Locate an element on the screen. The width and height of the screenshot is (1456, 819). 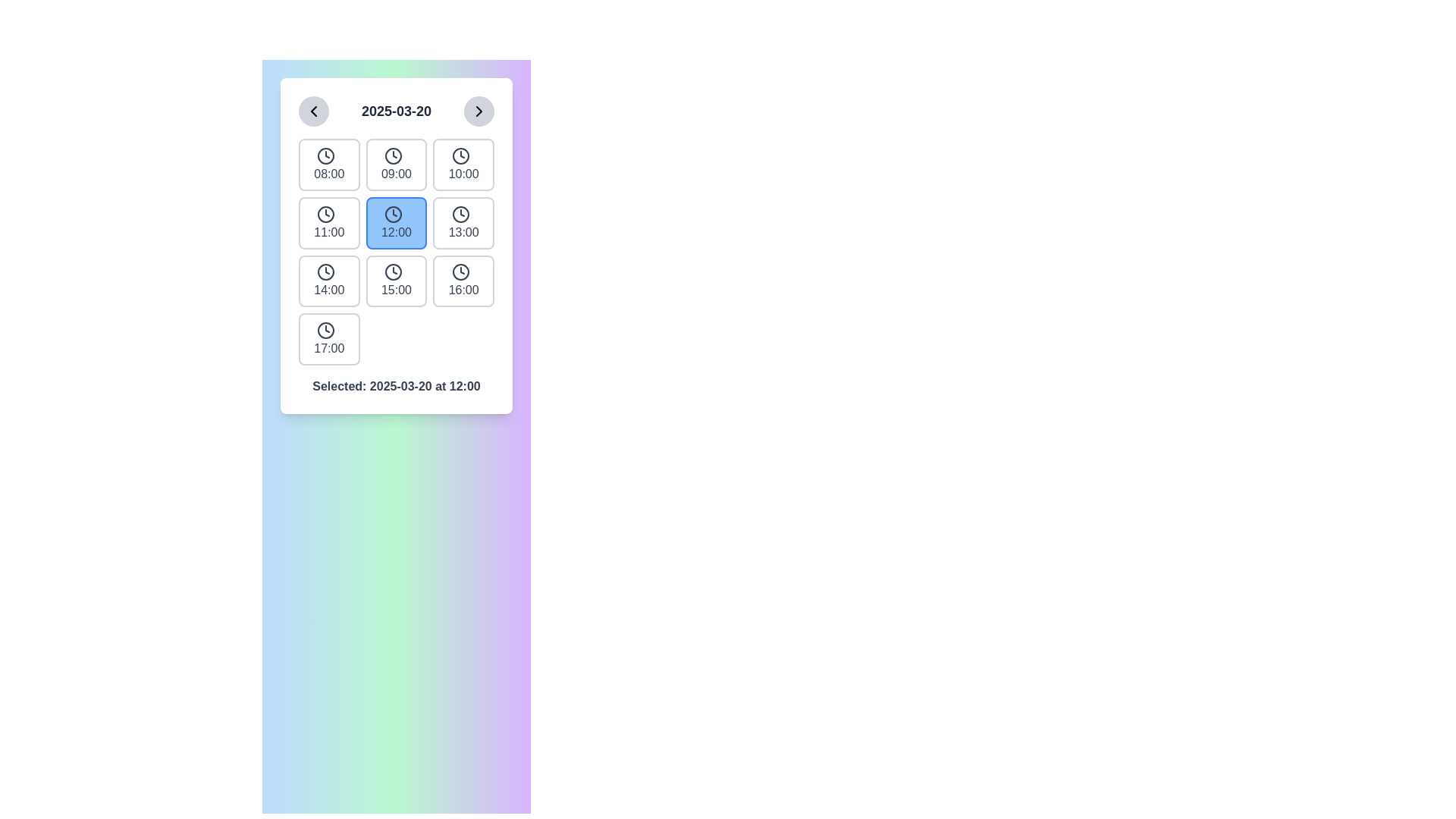
the small rightward-pointing chevron icon in the top-right corner of the header is located at coordinates (479, 110).